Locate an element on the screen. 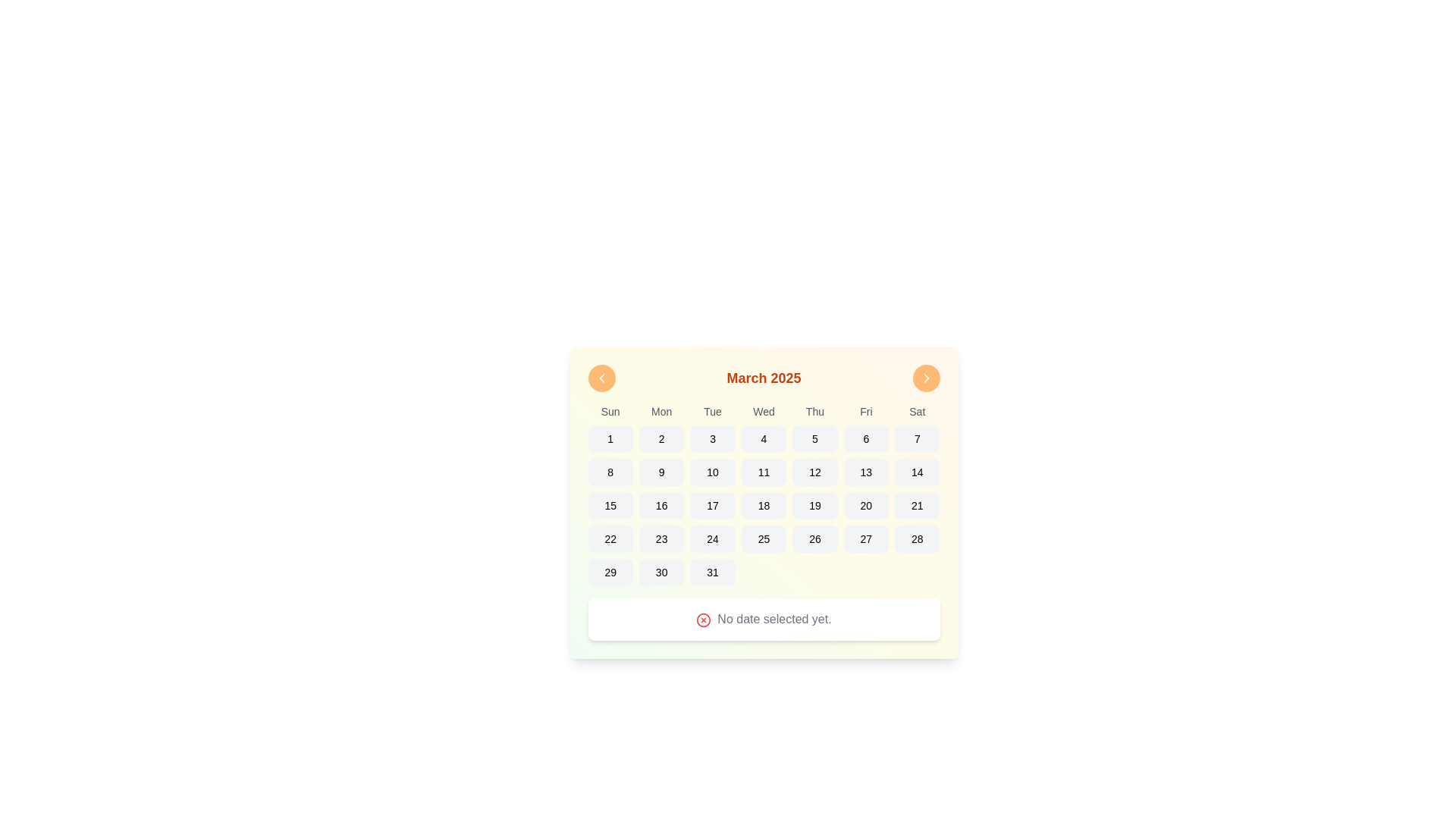 This screenshot has height=819, width=1456. the text label displaying 'No date selected yet.' located in the bottom section of the calendar view is located at coordinates (764, 620).